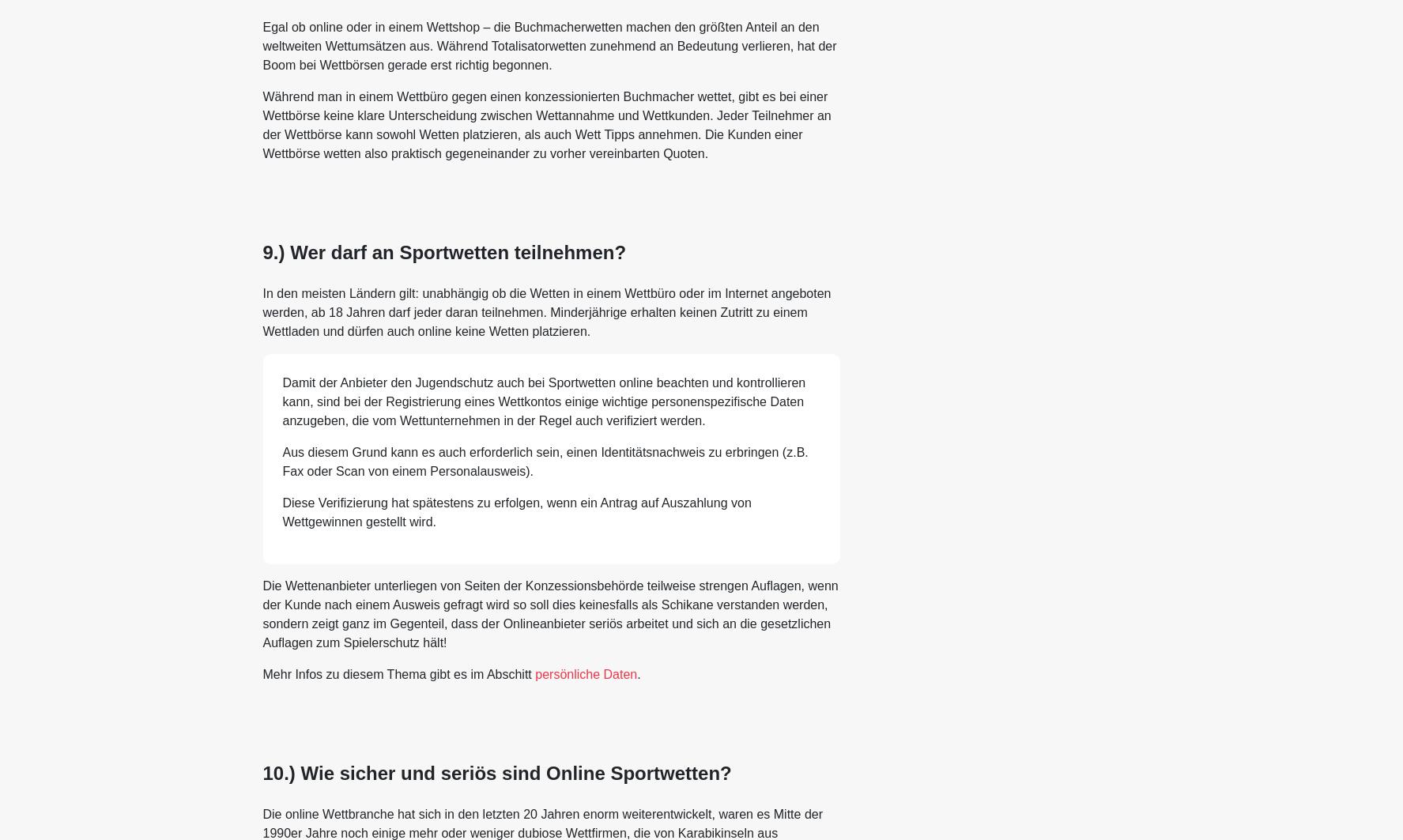 This screenshot has width=1403, height=840. I want to click on 'Diese Verifizierung hat spätestens zu erfolgen, wenn ein Antrag auf Auszahlung von Wettgewinnen gestellt wird.', so click(515, 510).